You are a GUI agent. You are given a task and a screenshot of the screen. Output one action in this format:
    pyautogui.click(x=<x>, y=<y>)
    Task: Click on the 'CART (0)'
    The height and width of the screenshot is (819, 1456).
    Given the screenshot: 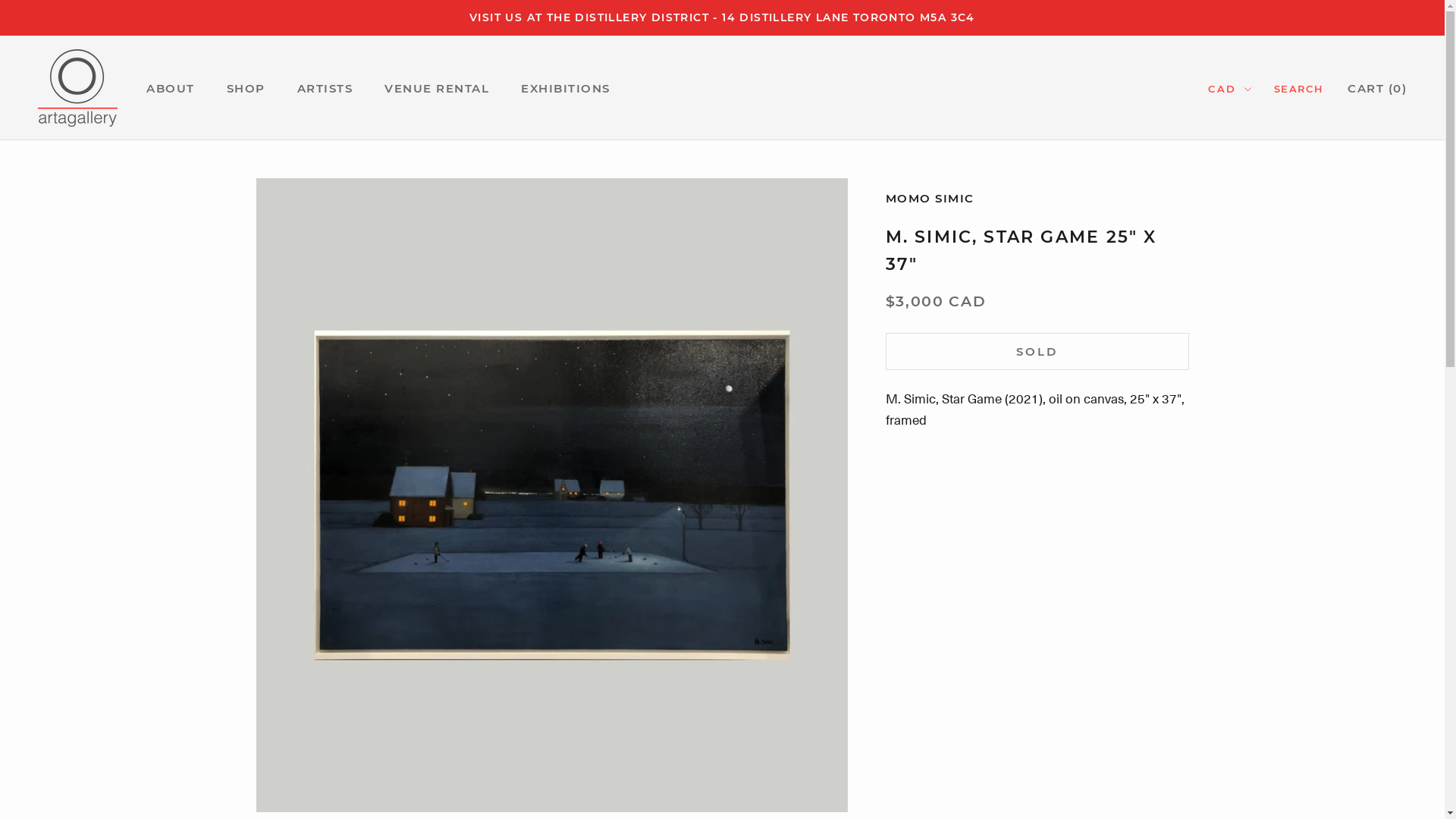 What is the action you would take?
    pyautogui.click(x=1376, y=88)
    